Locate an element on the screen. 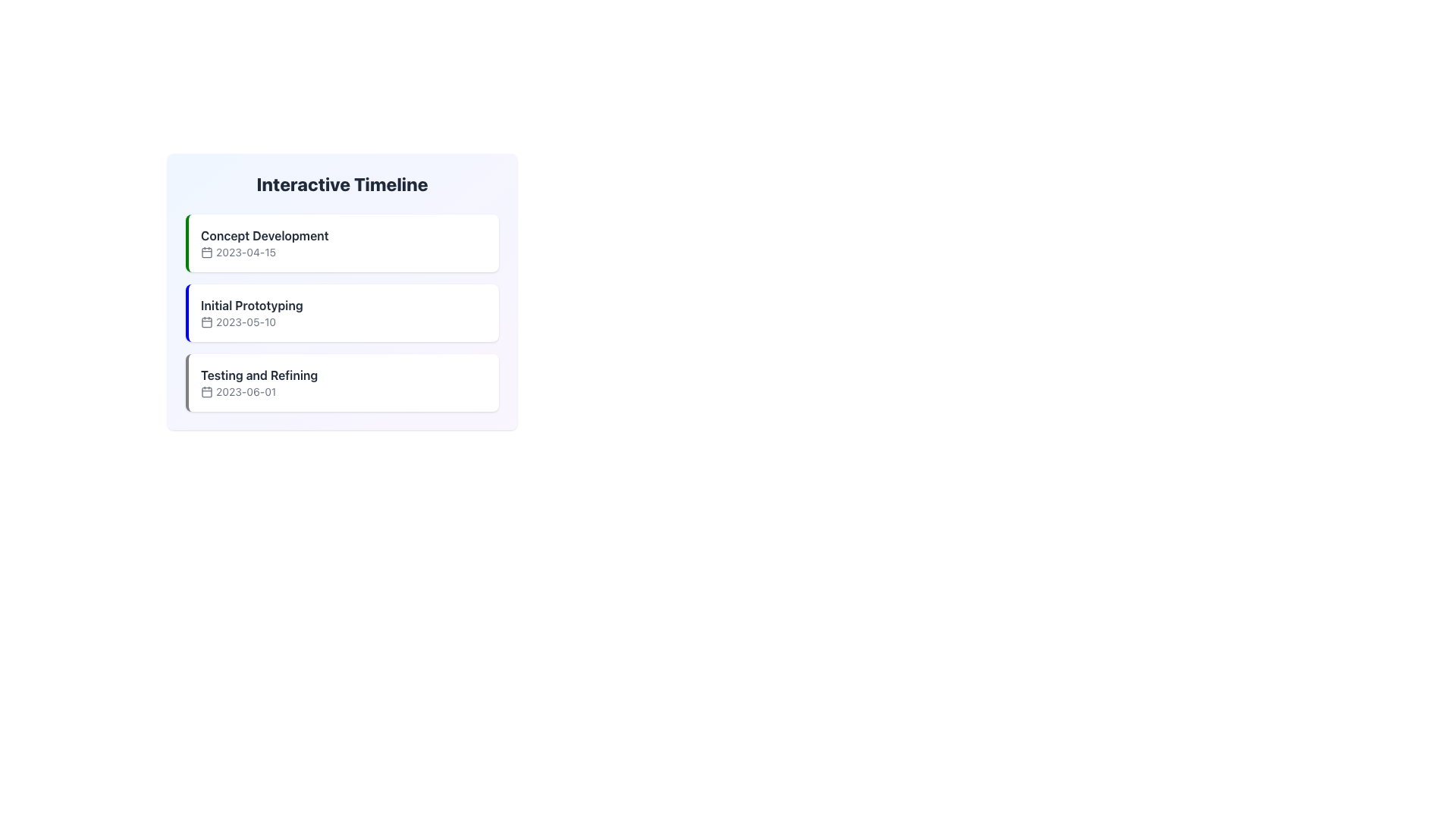  the Text Display with Icon that provides information about 'Concept Development' dated '2023-04-15' in the 'Interactive Timeline' panel is located at coordinates (265, 242).